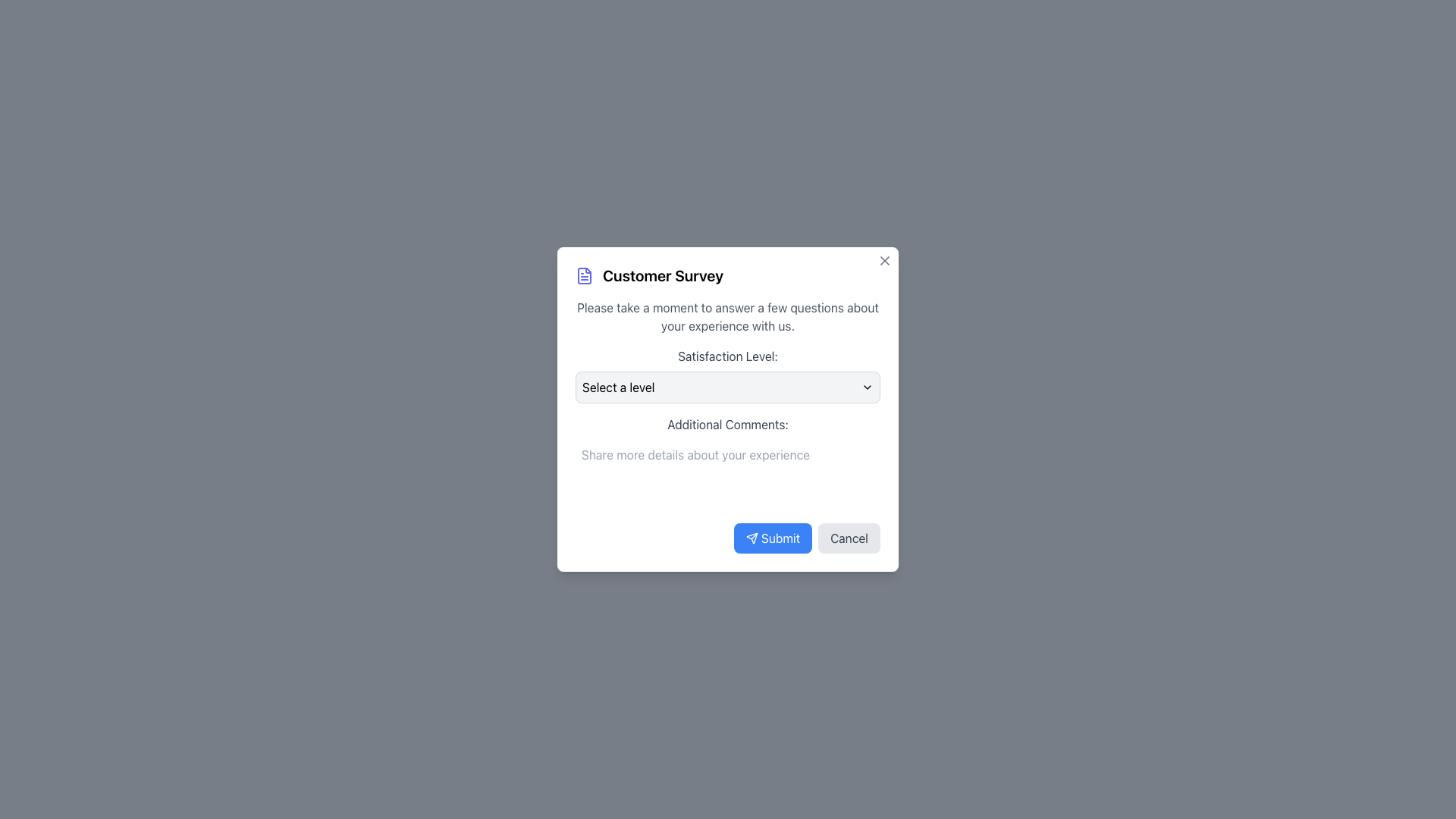 This screenshot has width=1456, height=819. What do you see at coordinates (728, 386) in the screenshot?
I see `the dropdown menu in the 'Satisfaction Level' section` at bounding box center [728, 386].